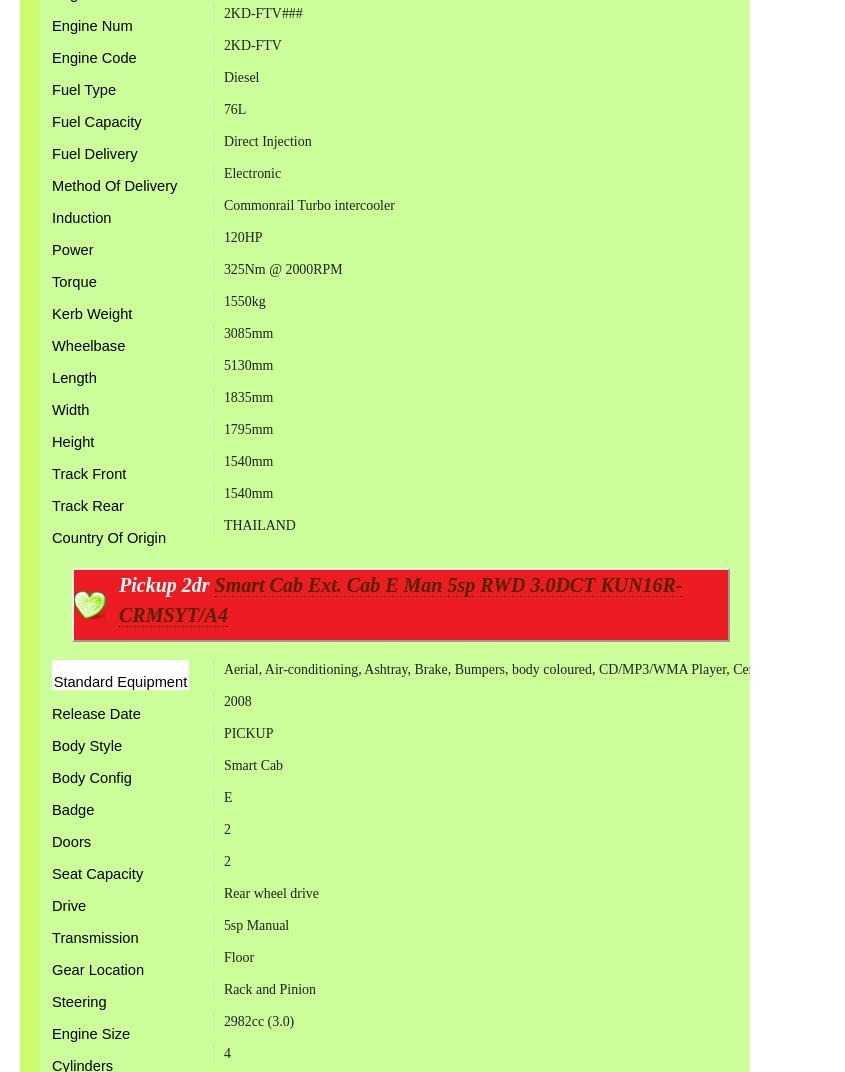 This screenshot has height=1072, width=845. Describe the element at coordinates (247, 331) in the screenshot. I see `'3085mm'` at that location.